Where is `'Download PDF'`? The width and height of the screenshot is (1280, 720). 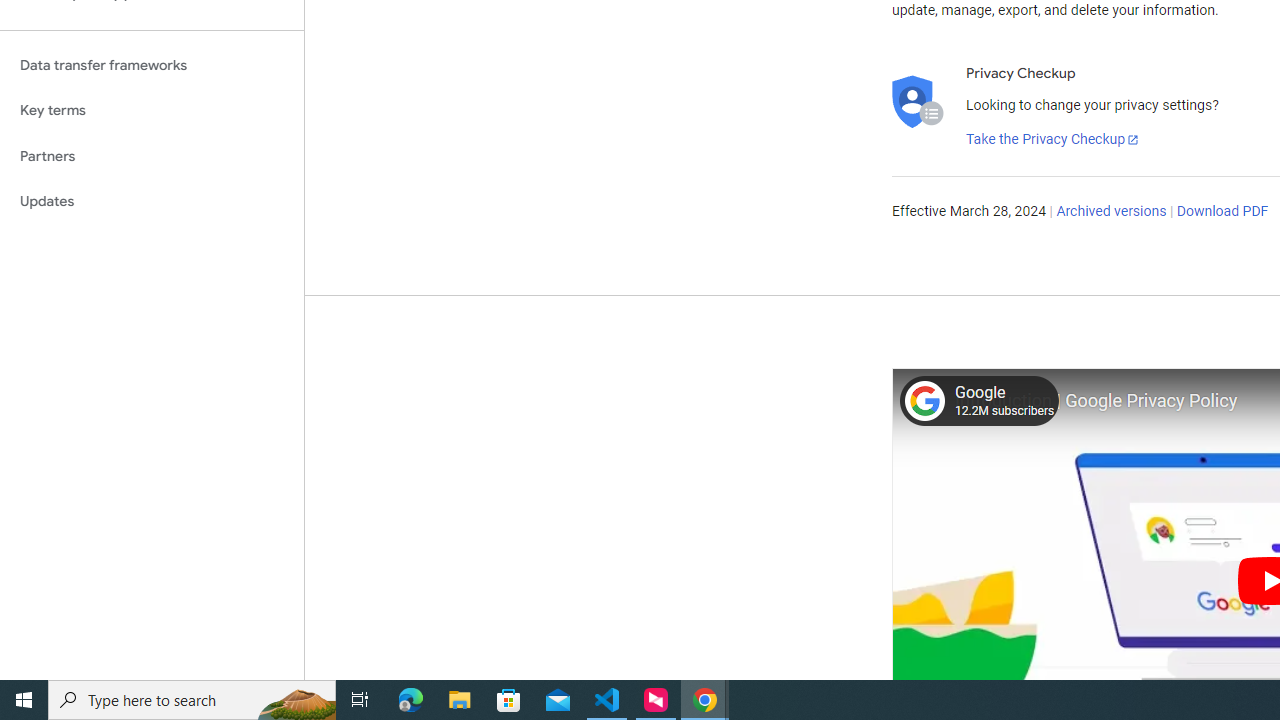
'Download PDF' is located at coordinates (1221, 212).